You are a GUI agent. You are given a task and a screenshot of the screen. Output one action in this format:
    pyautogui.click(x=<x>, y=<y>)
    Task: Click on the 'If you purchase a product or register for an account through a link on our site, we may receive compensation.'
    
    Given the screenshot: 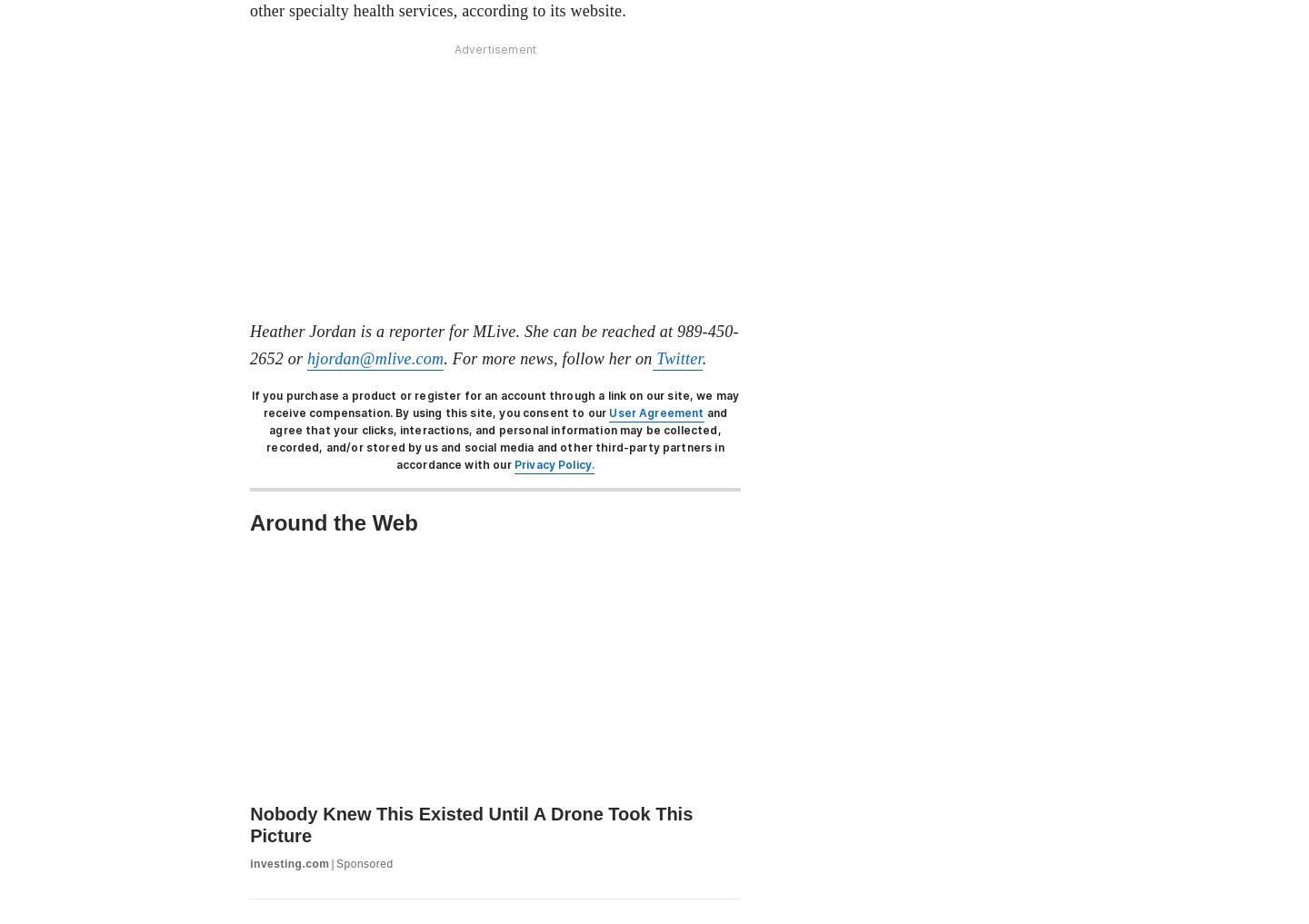 What is the action you would take?
    pyautogui.click(x=495, y=403)
    